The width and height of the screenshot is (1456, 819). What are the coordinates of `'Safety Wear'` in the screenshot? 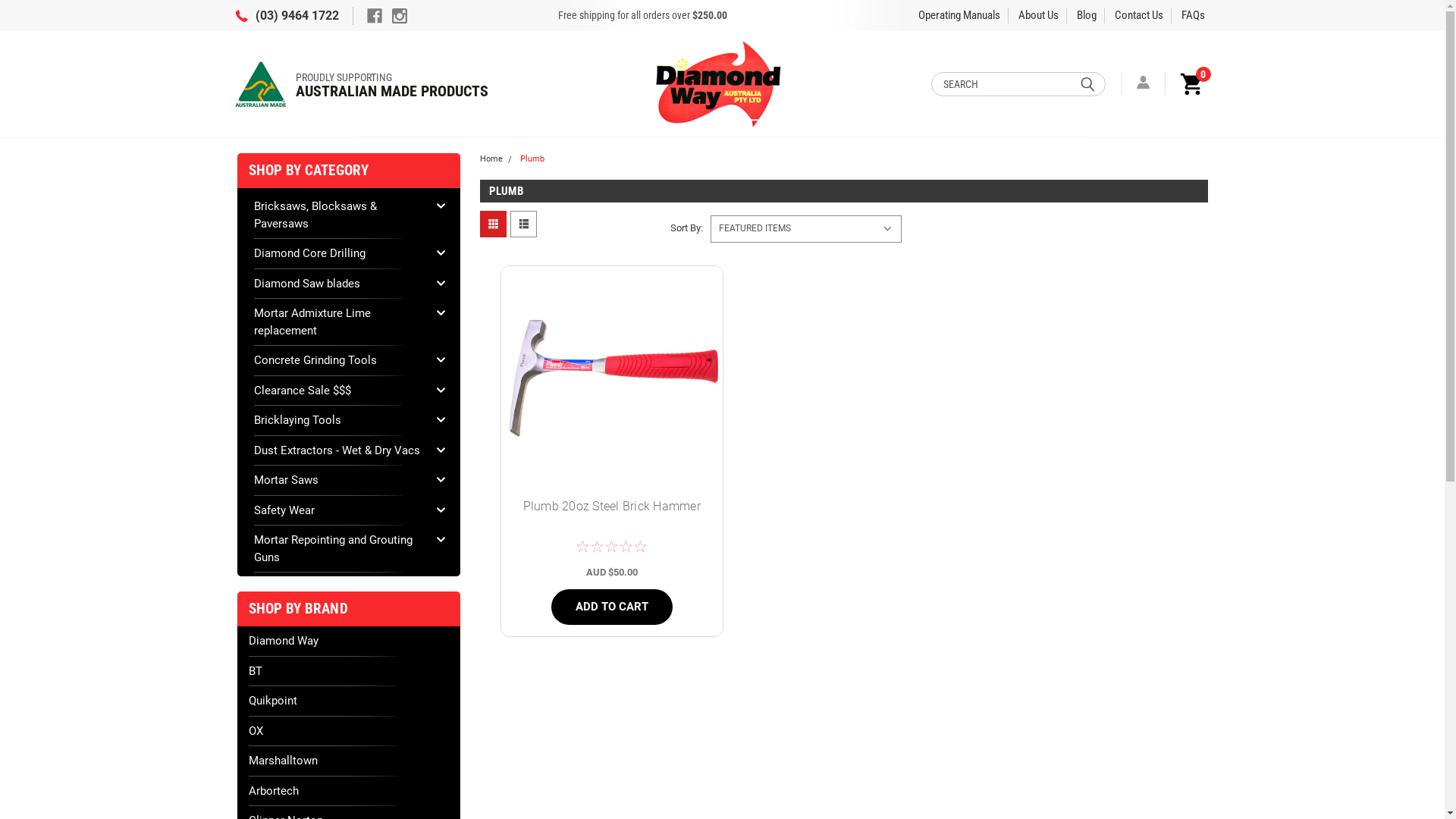 It's located at (338, 510).